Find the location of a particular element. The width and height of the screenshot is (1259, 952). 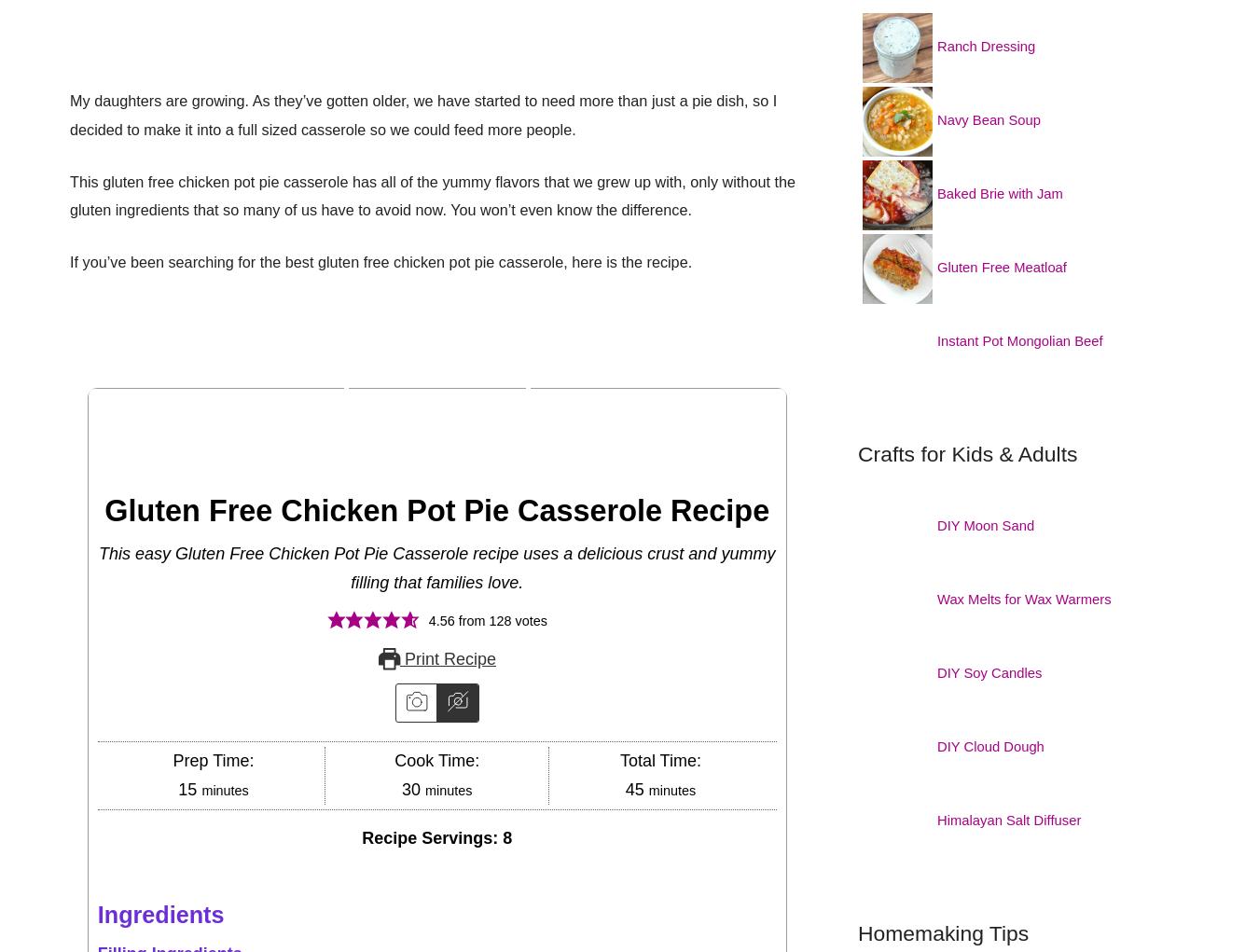

'Cook Time:' is located at coordinates (436, 759).